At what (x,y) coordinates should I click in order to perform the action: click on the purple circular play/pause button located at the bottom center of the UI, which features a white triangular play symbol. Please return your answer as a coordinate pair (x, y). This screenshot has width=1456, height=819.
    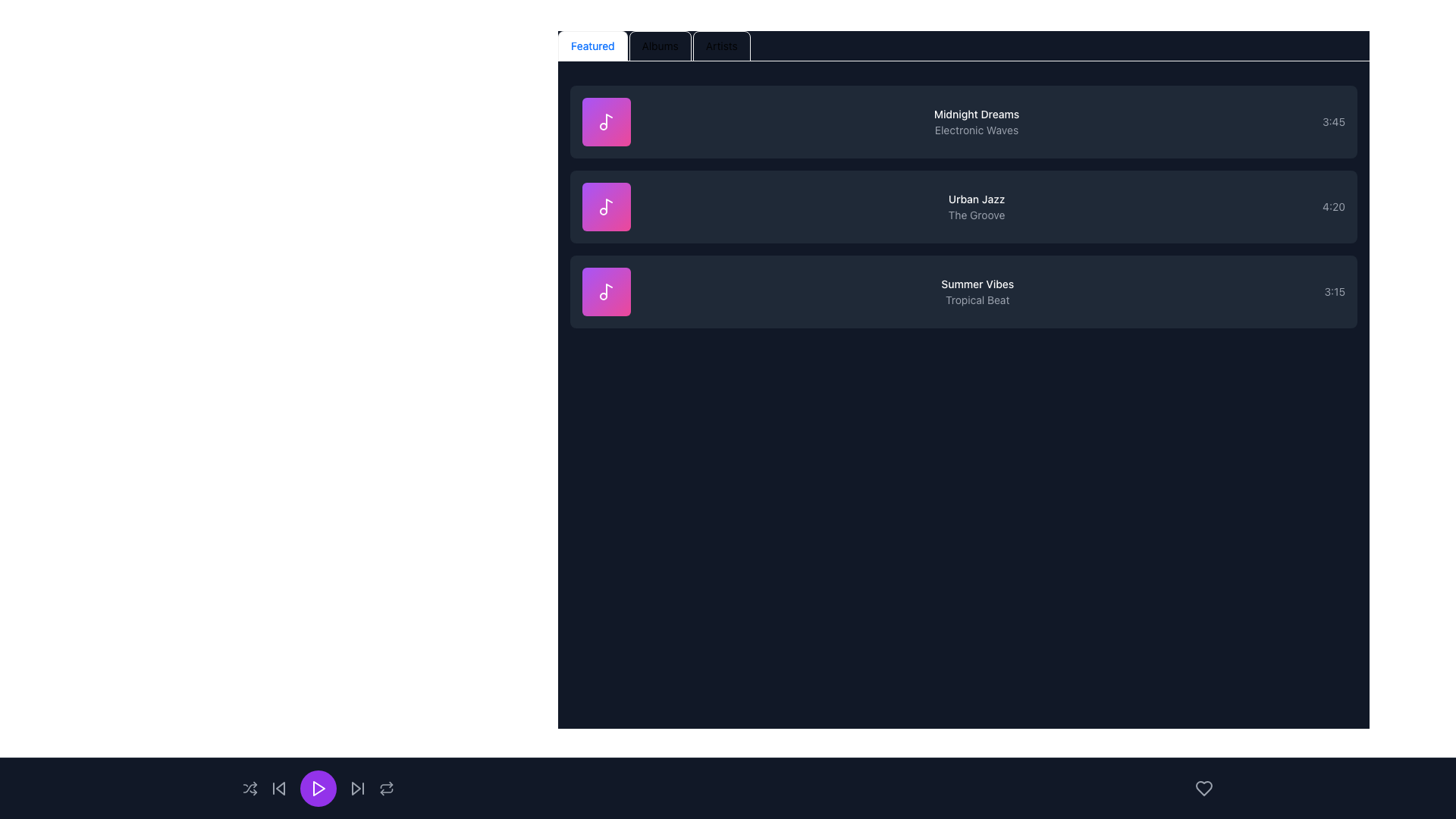
    Looking at the image, I should click on (318, 788).